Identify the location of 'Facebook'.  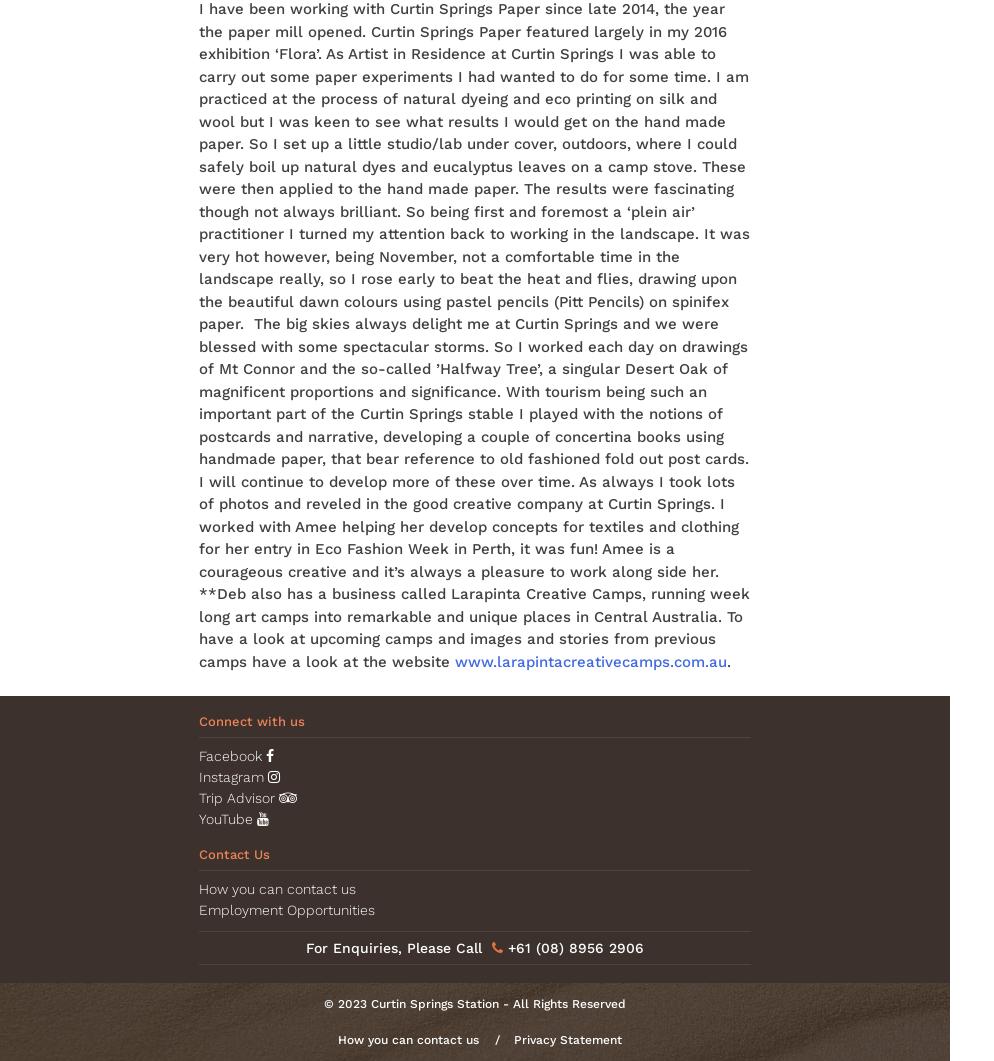
(232, 755).